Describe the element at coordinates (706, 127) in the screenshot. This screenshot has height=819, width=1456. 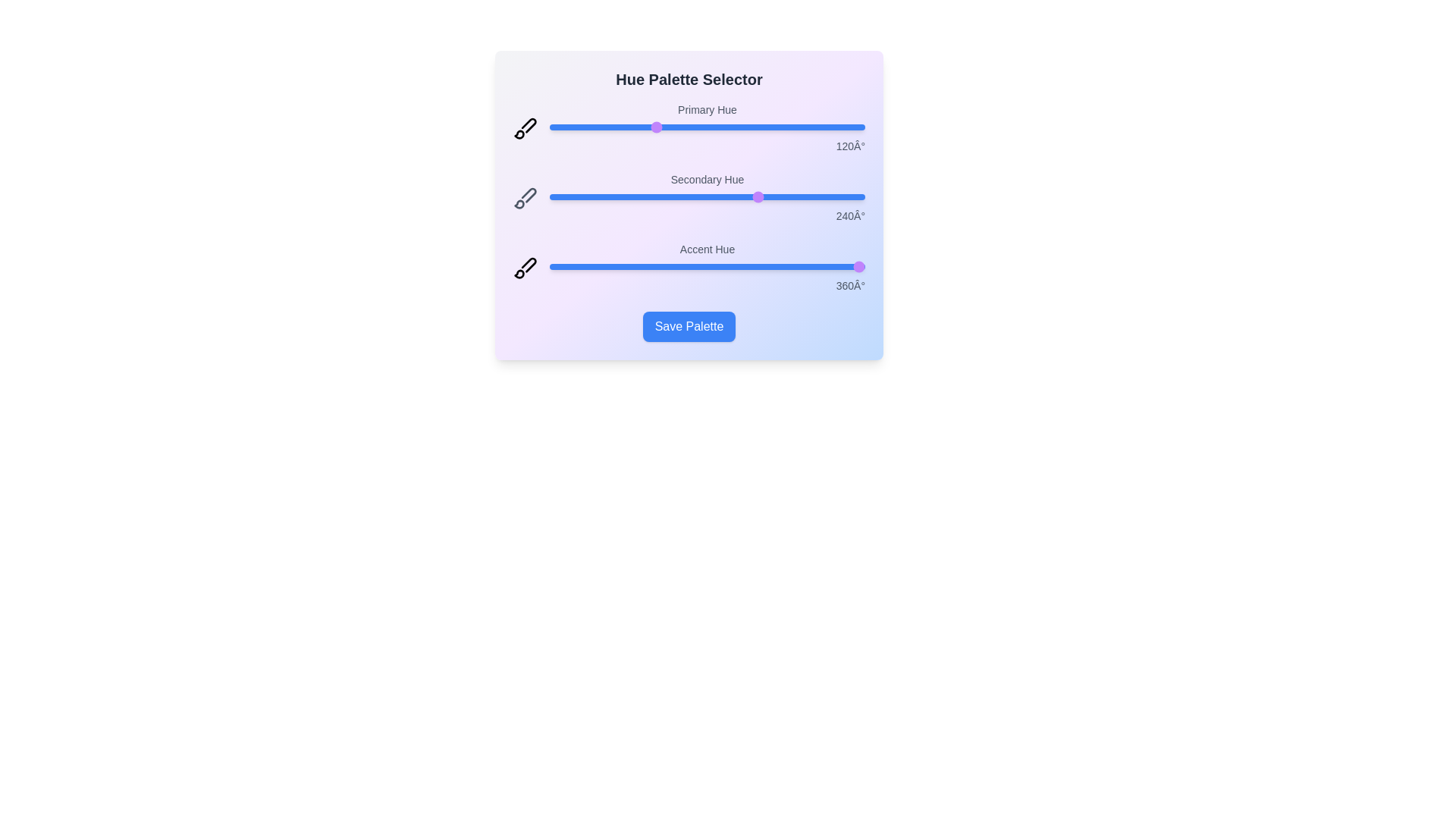
I see `the primary slider to observe its behavior` at that location.